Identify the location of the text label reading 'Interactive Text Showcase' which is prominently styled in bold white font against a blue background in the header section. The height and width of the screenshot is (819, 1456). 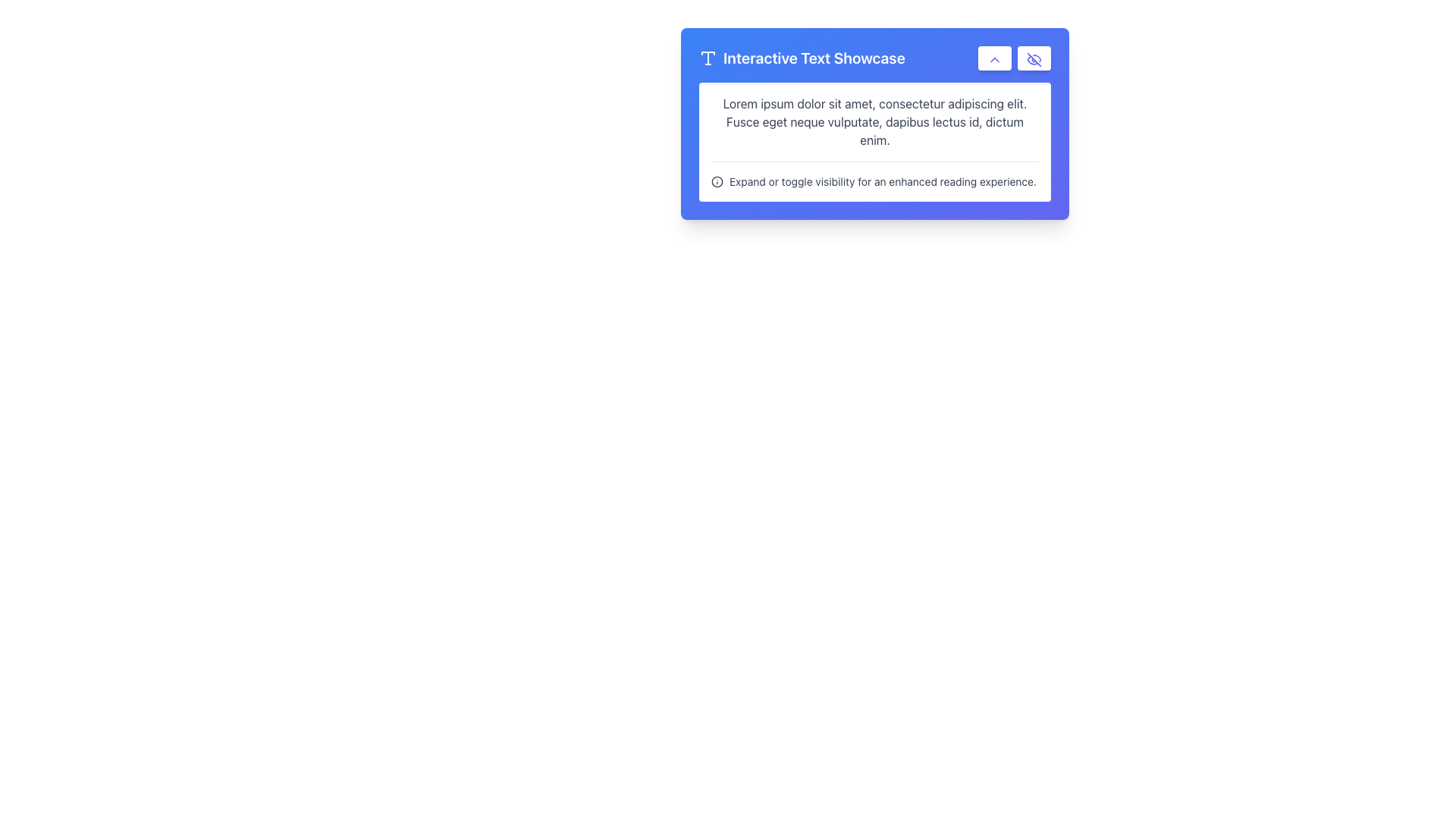
(801, 58).